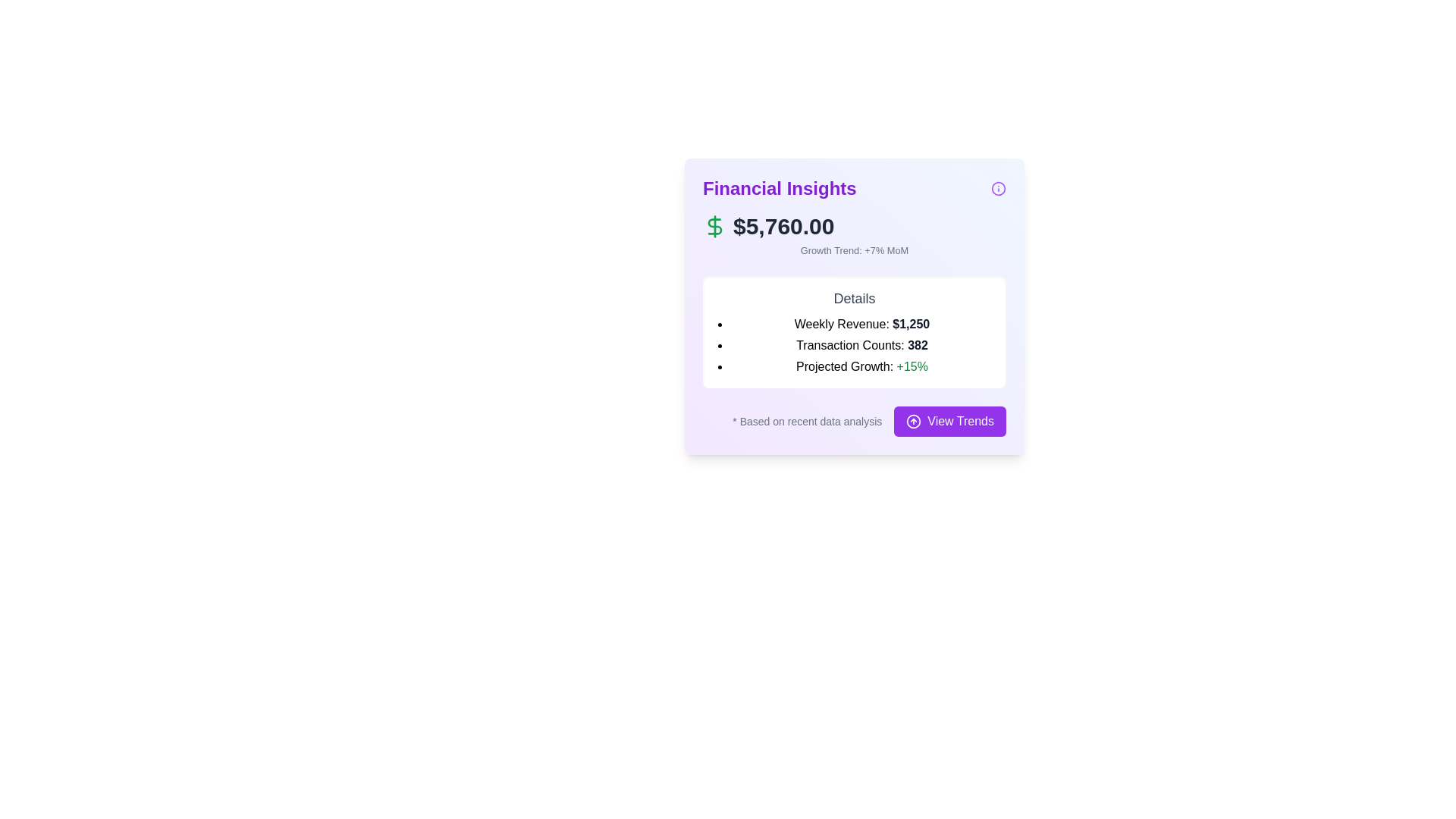 The image size is (1456, 819). Describe the element at coordinates (862, 324) in the screenshot. I see `the first bullet point in the 'Details' section of the 'Financial Insights' card displaying 'Weekly Revenue: $1,250'` at that location.